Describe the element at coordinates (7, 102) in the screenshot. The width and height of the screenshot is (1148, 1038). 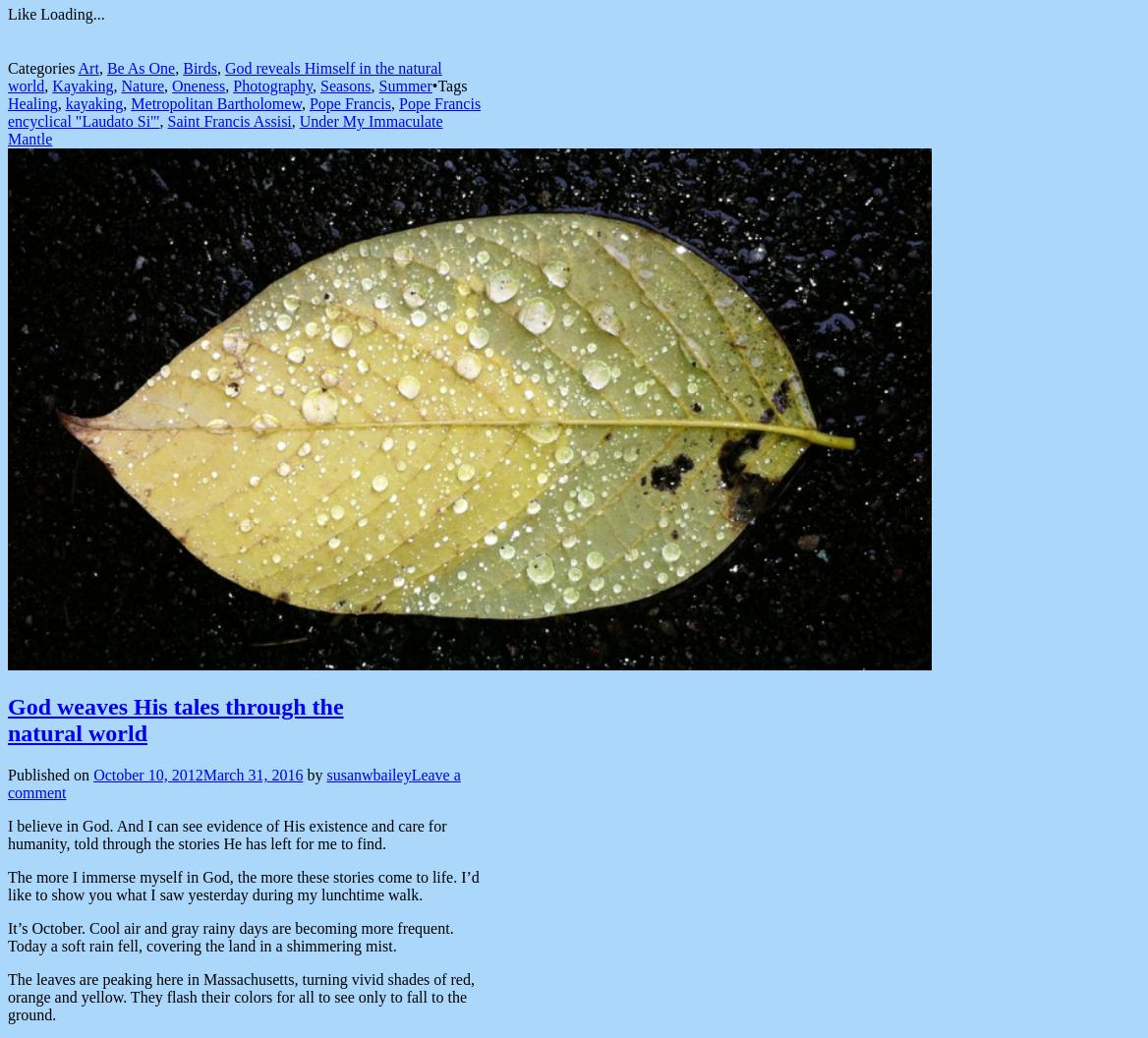
I see `'Healing'` at that location.